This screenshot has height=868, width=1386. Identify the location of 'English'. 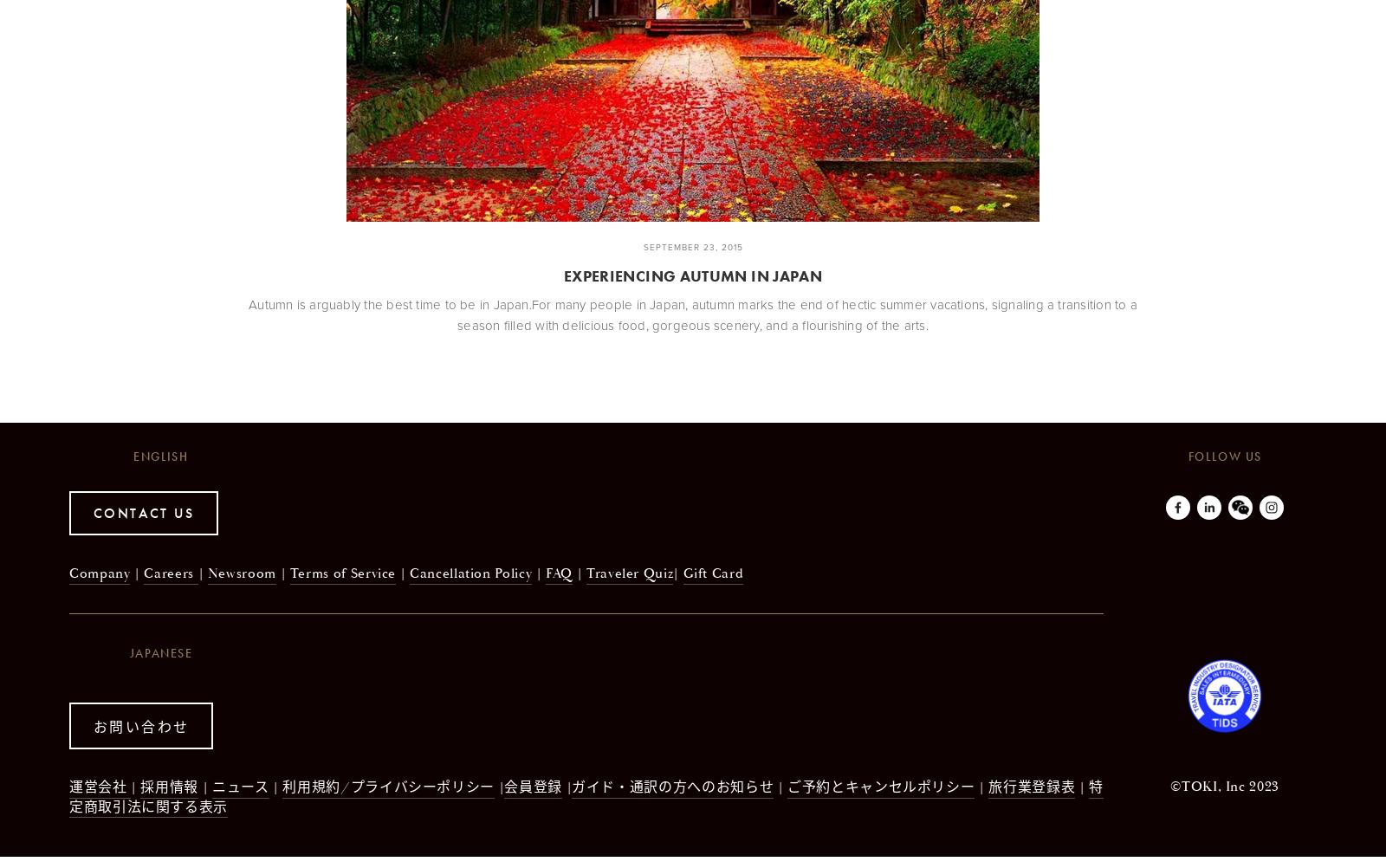
(159, 456).